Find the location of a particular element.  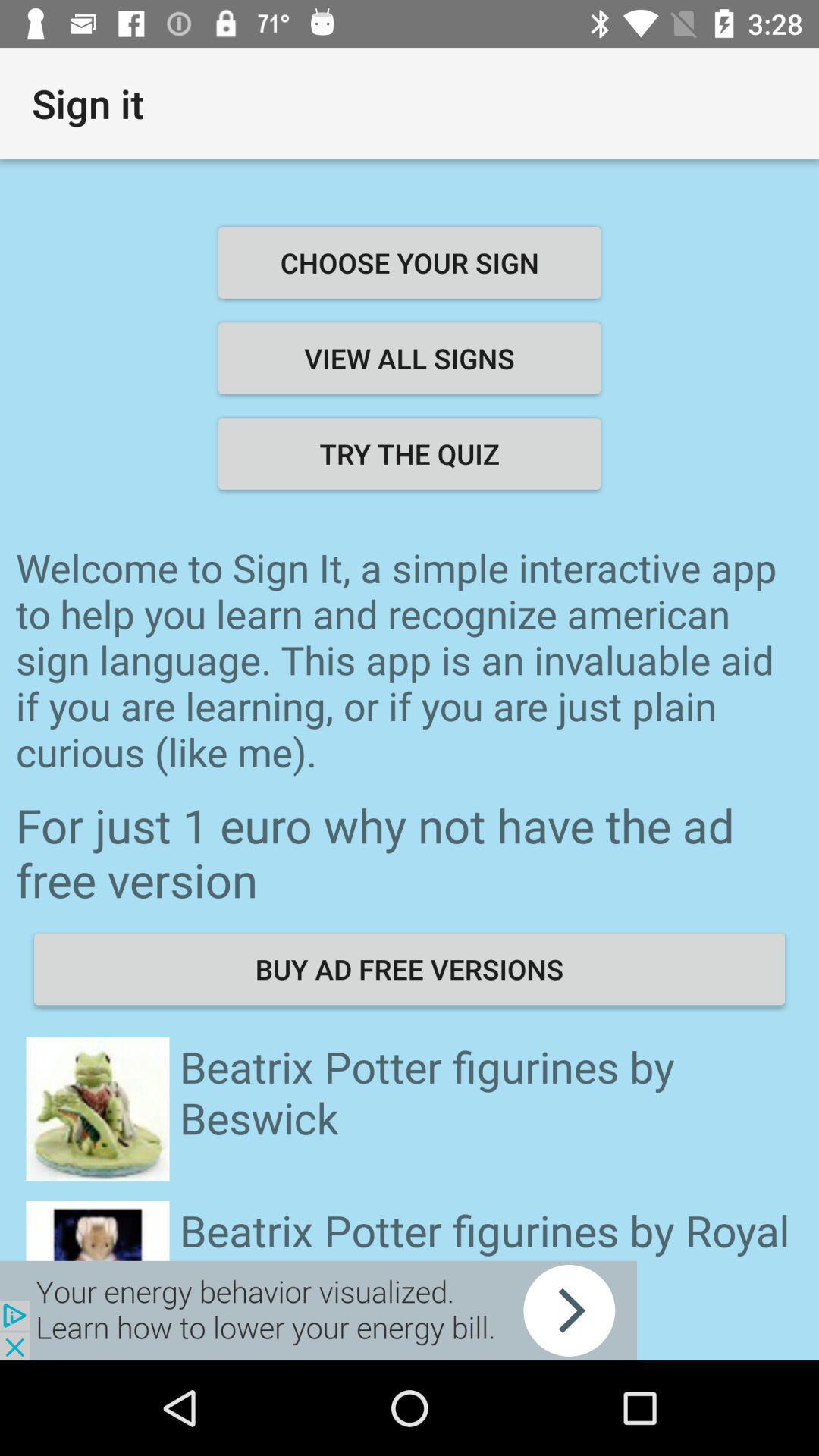

menu open button is located at coordinates (318, 1310).